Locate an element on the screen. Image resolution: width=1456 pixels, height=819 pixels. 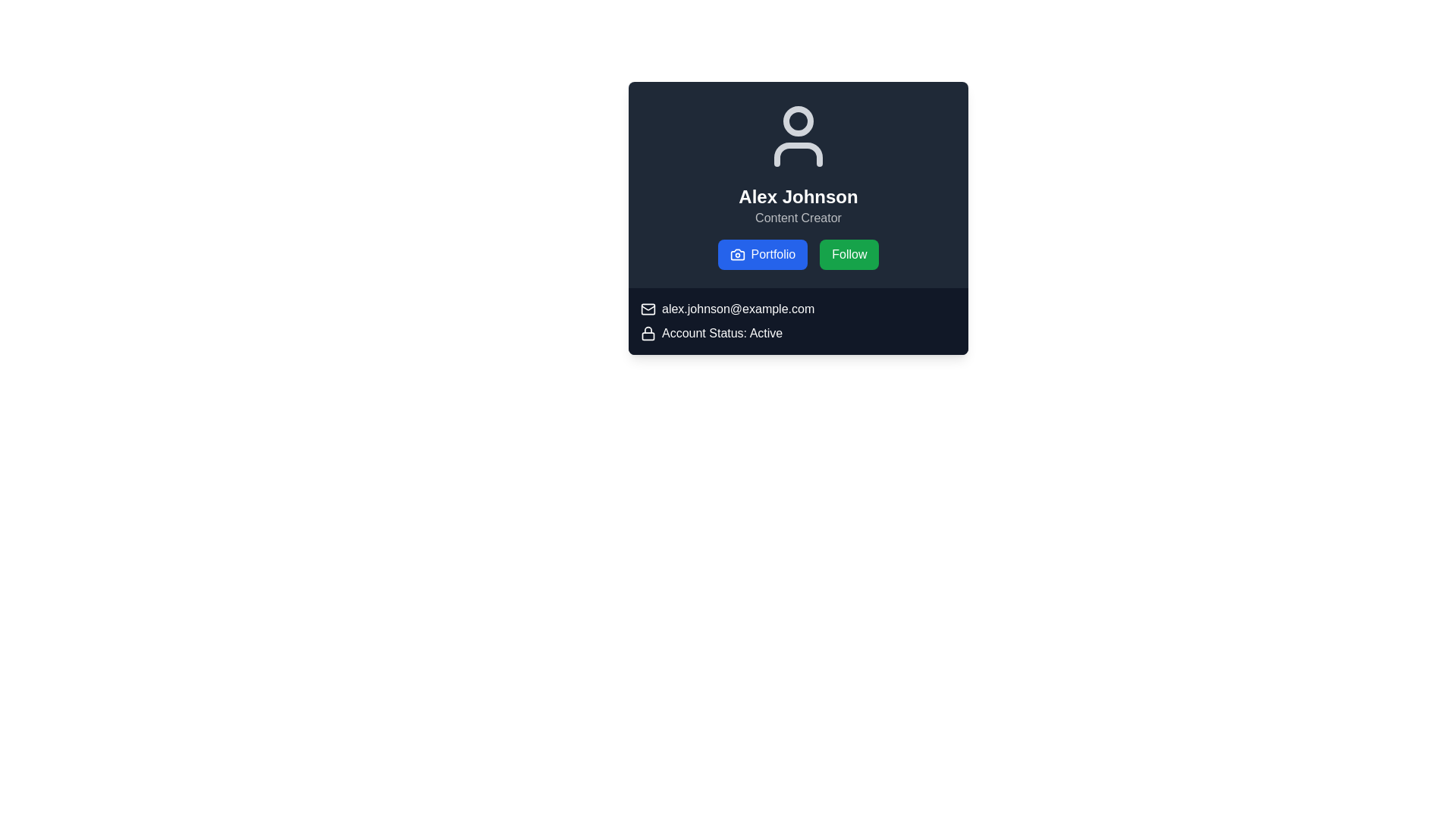
the graphic circle representing the head portion of the user icon located at the upper central area of the profile card is located at coordinates (797, 120).